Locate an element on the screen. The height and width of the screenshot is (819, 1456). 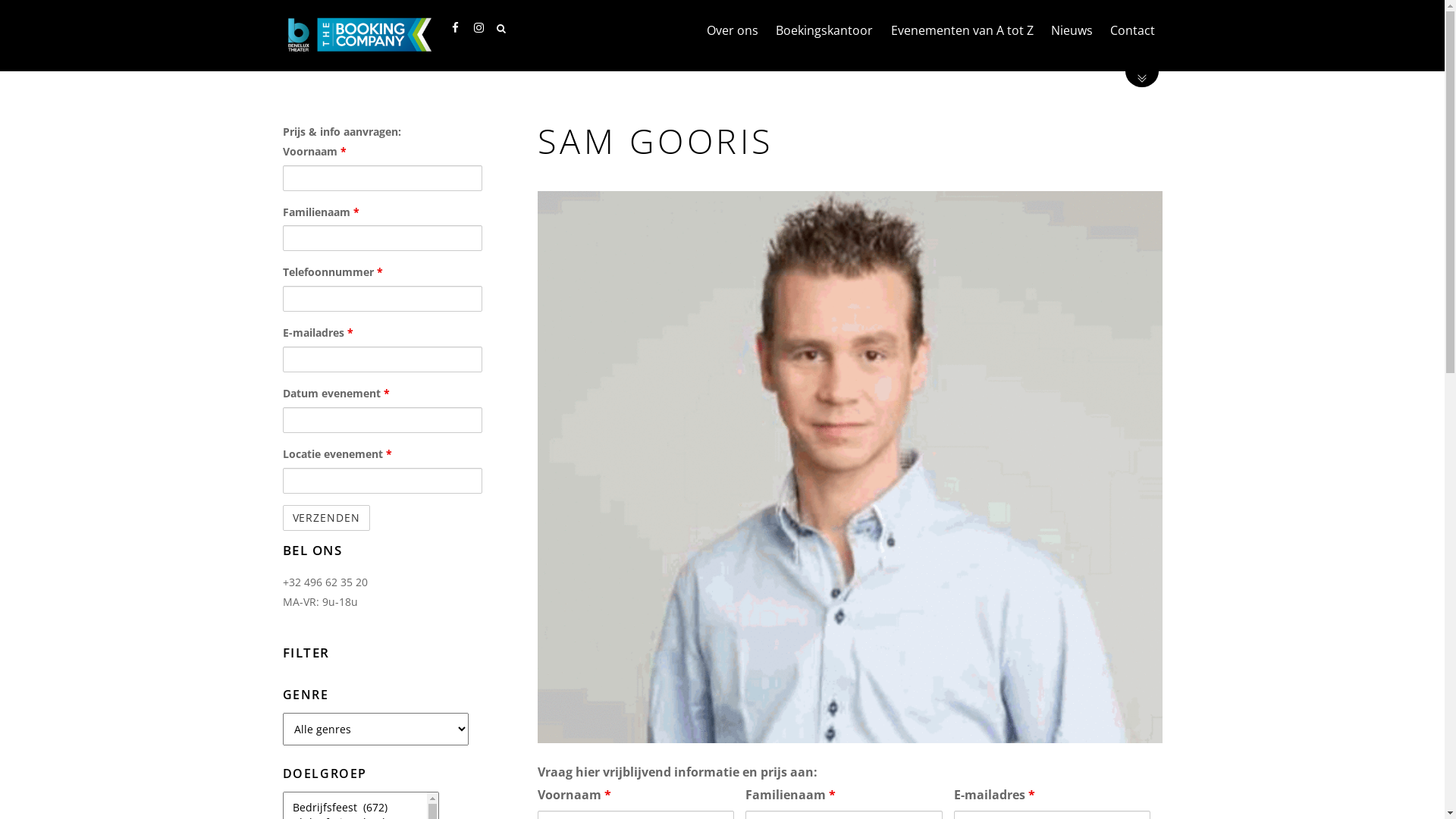
'Instagram' is located at coordinates (476, 26).